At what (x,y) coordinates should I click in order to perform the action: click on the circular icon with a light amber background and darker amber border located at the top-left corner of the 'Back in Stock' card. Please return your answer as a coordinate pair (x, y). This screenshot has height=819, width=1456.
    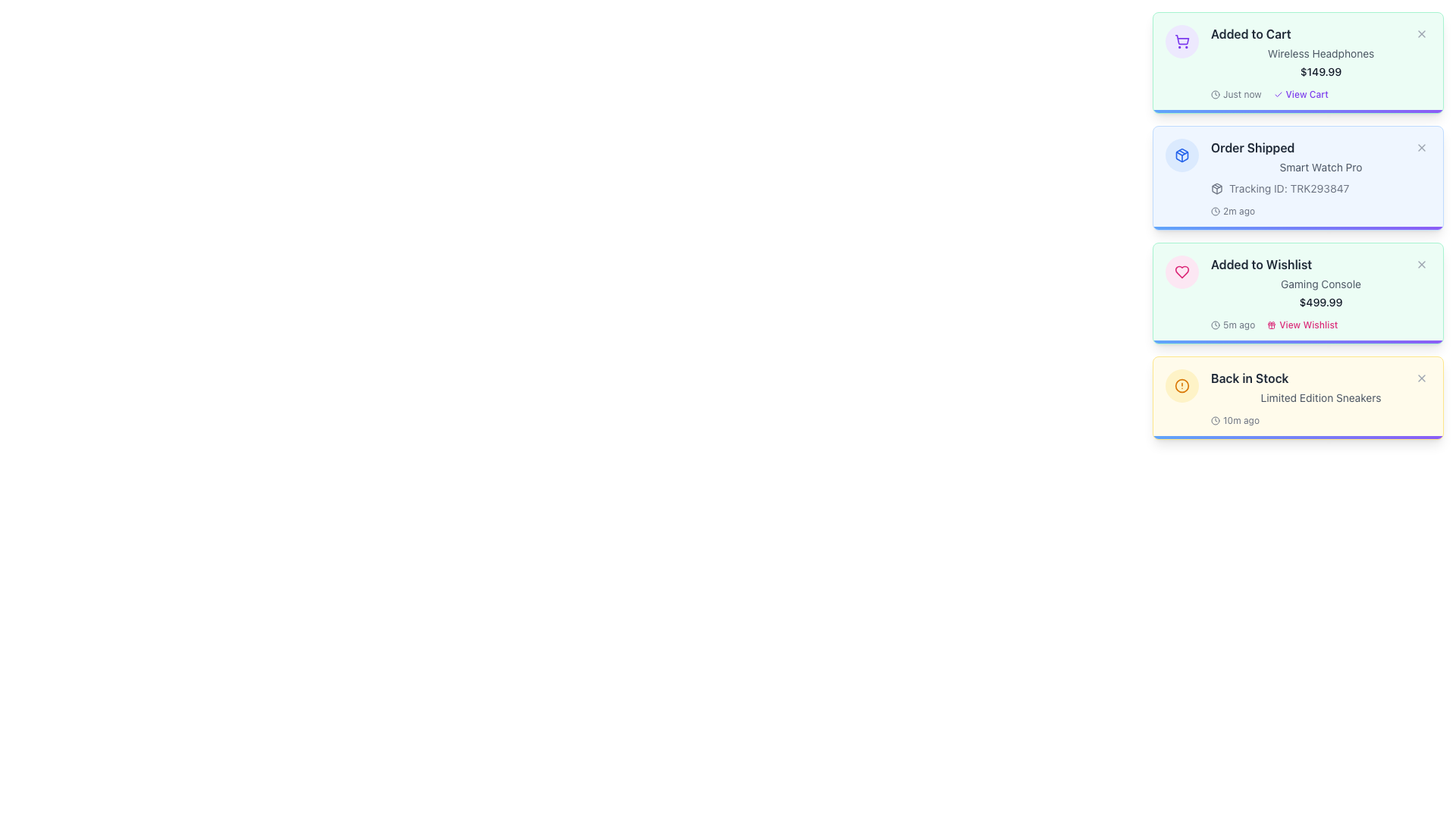
    Looking at the image, I should click on (1181, 385).